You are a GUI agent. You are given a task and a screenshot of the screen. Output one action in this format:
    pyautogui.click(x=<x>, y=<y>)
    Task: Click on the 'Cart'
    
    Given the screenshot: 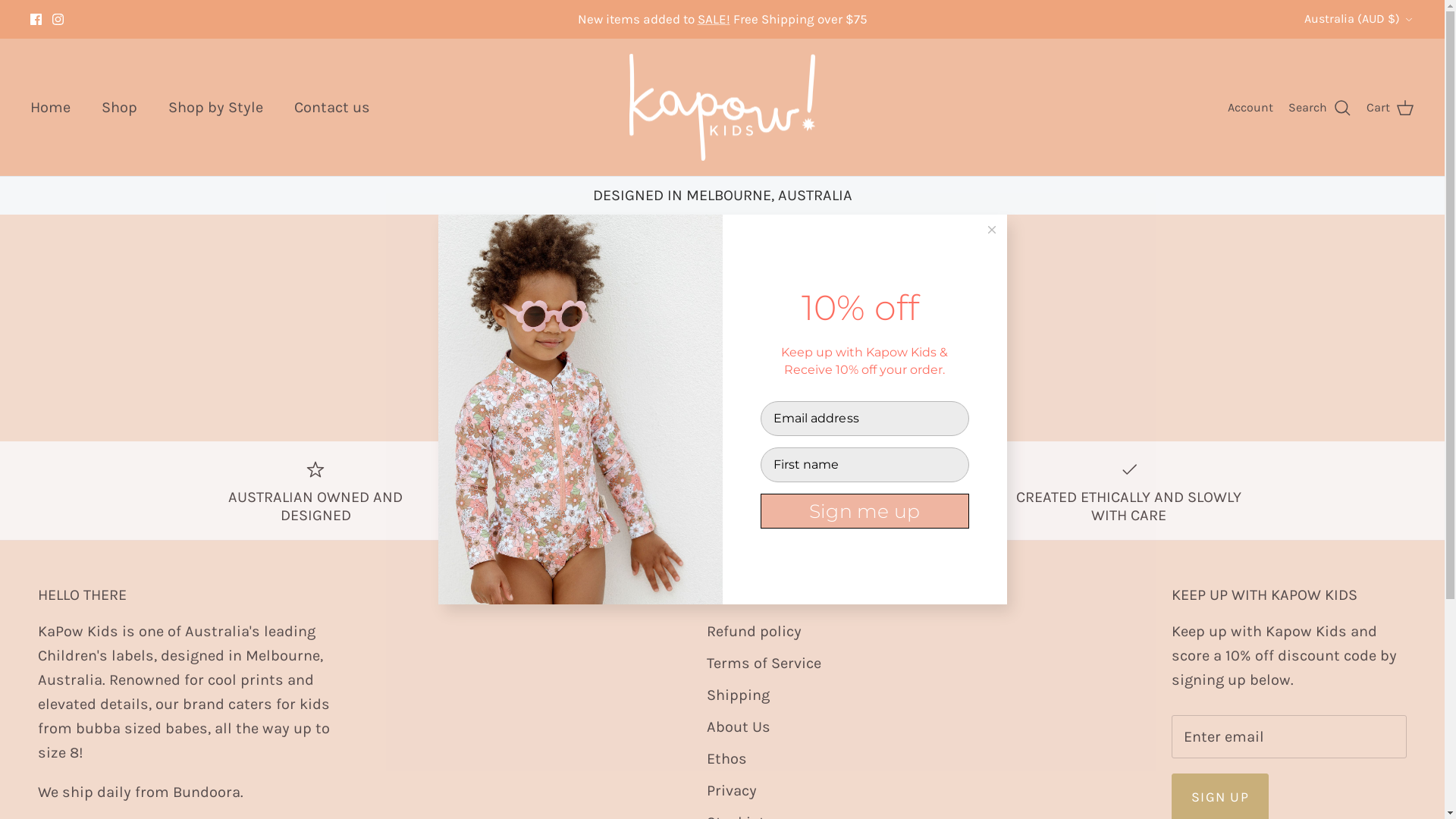 What is the action you would take?
    pyautogui.click(x=1390, y=107)
    